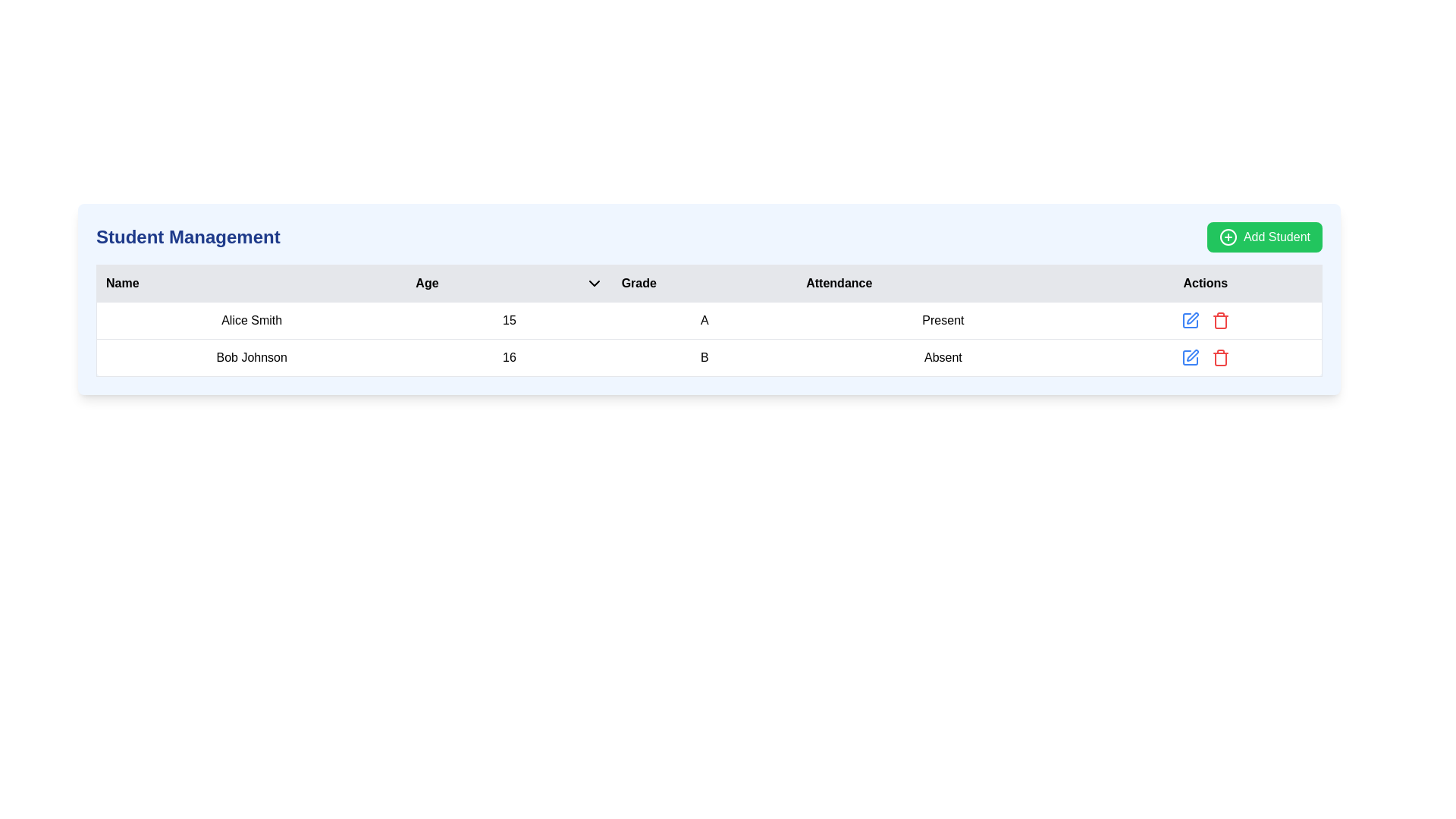 The height and width of the screenshot is (819, 1456). Describe the element at coordinates (704, 357) in the screenshot. I see `the static text displaying the grade 'B' for the student 'Bob Johnson' in the 'Grade' column of the table` at that location.